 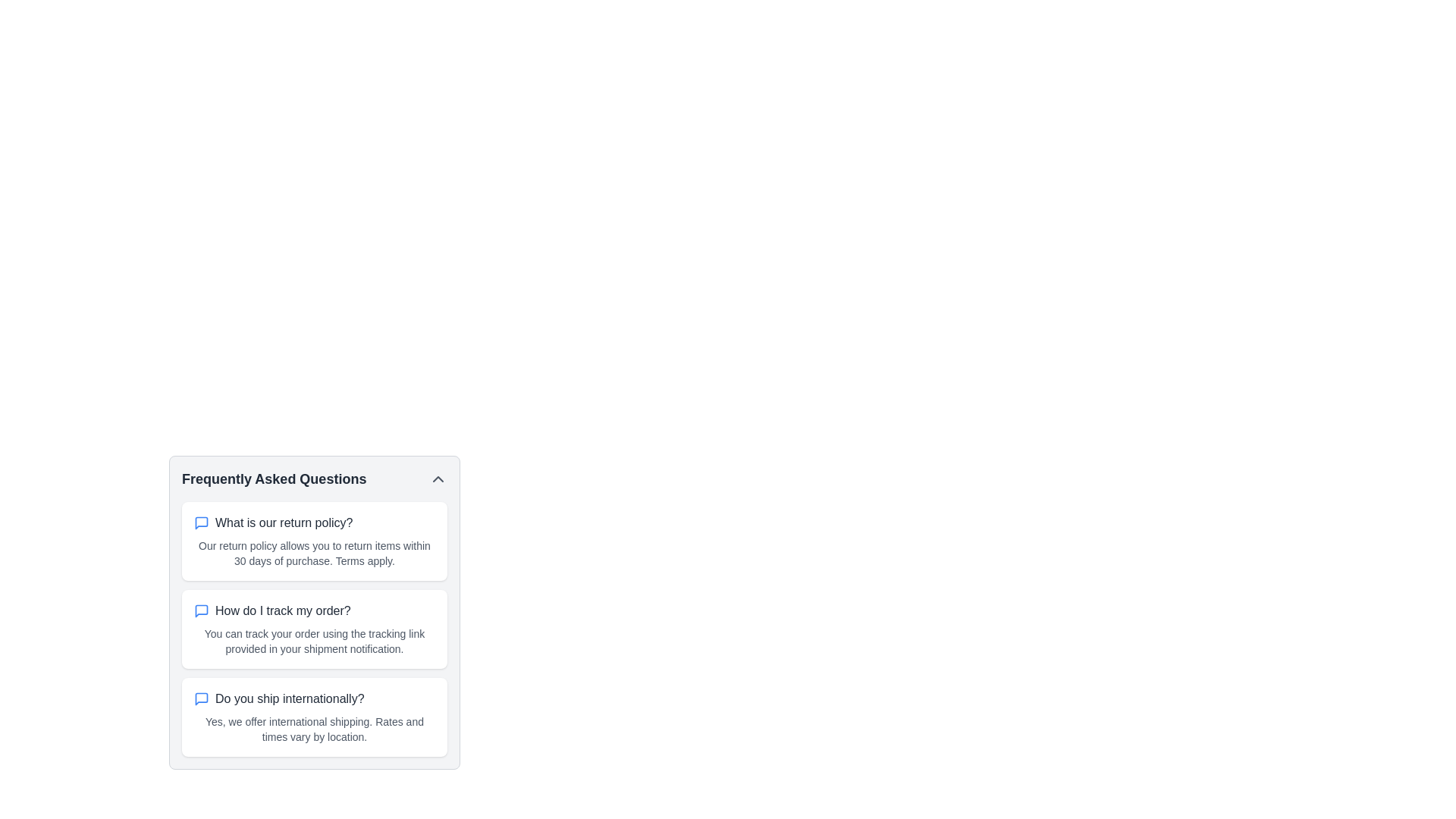 I want to click on the FAQ icon indicating the question 'What is our return policy?' located to the left of the text, so click(x=200, y=522).